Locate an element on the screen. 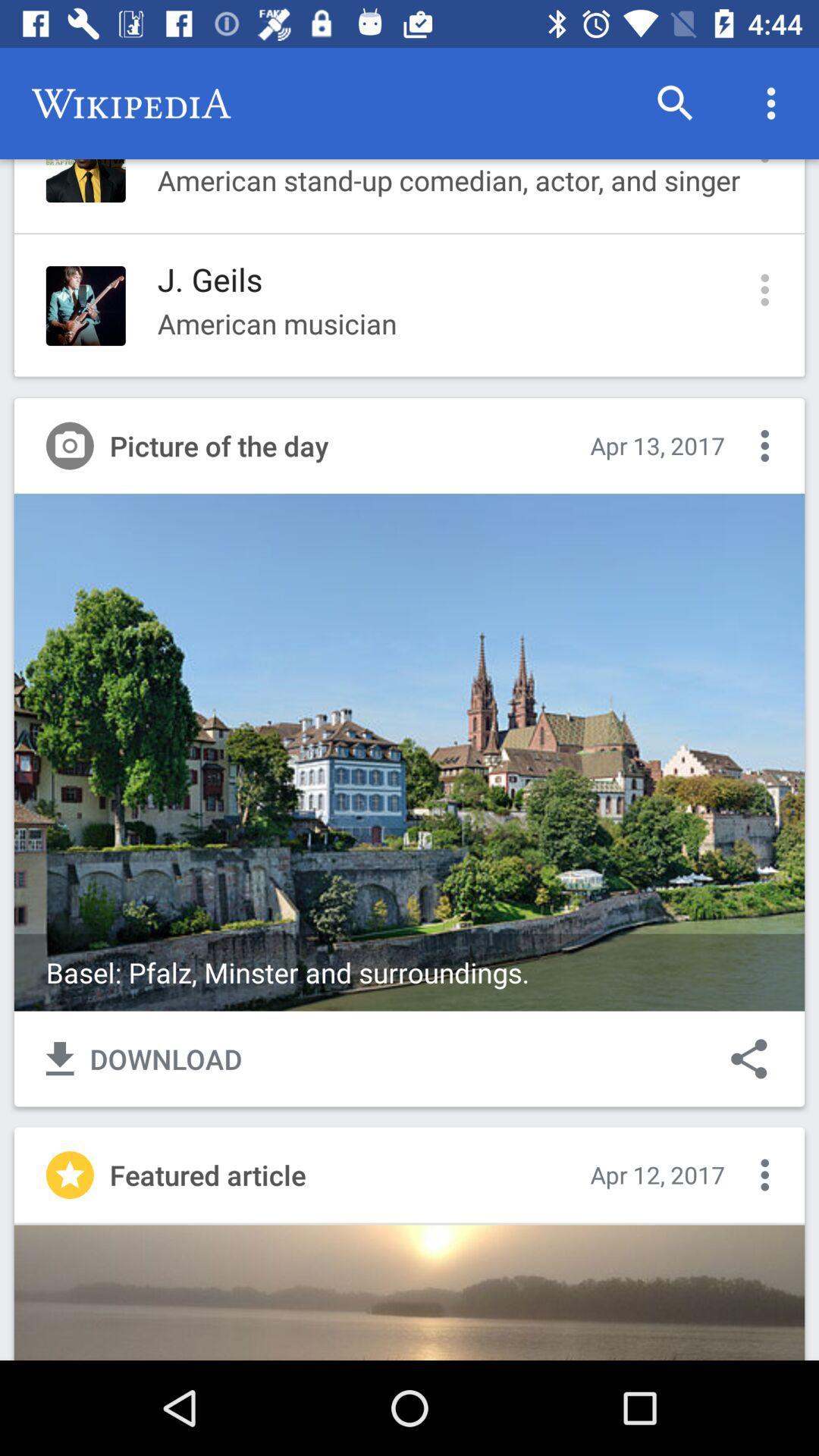  the camera option to the left of picture of the day text is located at coordinates (70, 445).